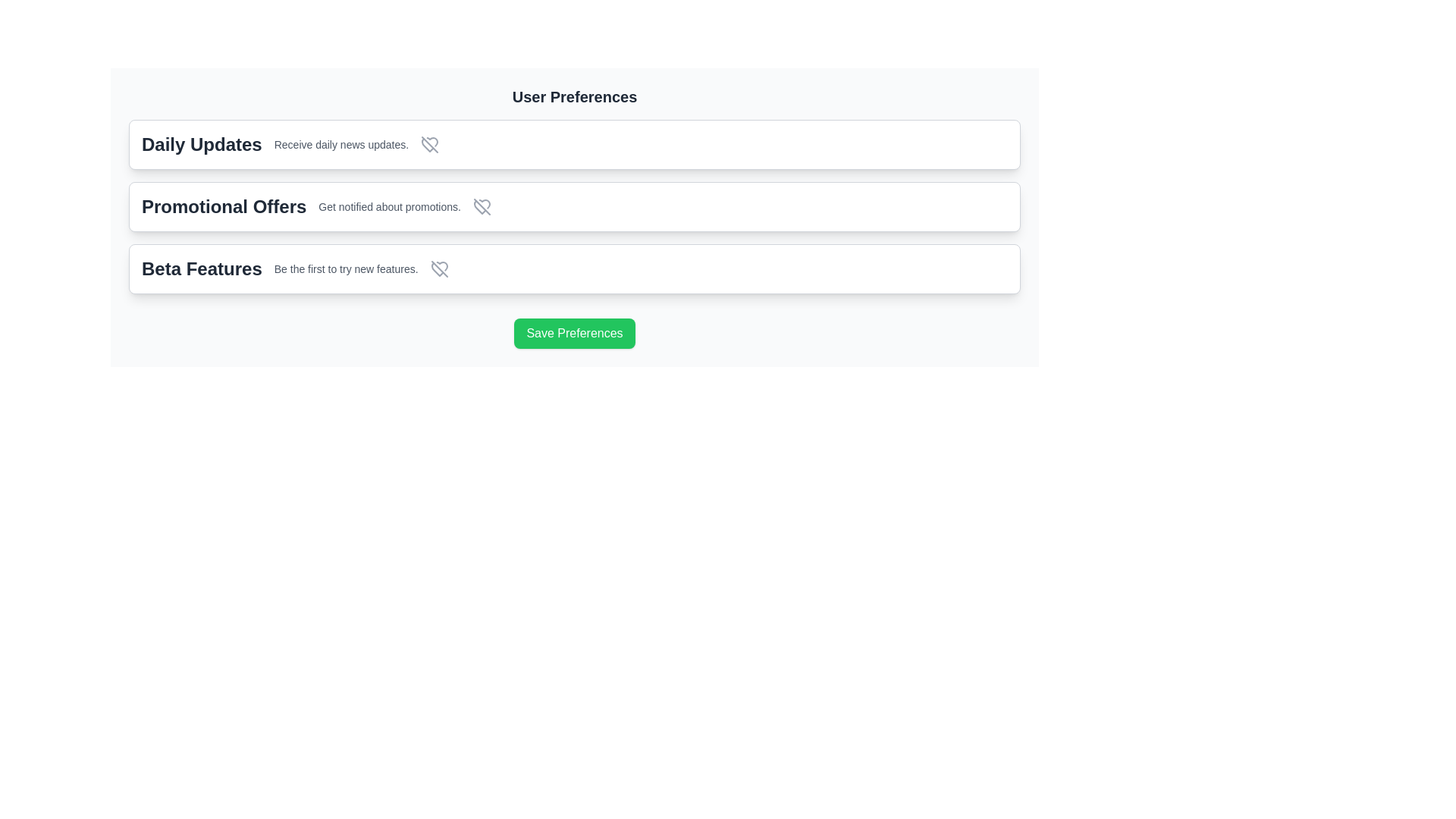 This screenshot has height=819, width=1456. What do you see at coordinates (574, 207) in the screenshot?
I see `contents of the informational card about promotional notifications, located in the middle of the 'User Preferences' section, the second item below 'Daily Updates'` at bounding box center [574, 207].